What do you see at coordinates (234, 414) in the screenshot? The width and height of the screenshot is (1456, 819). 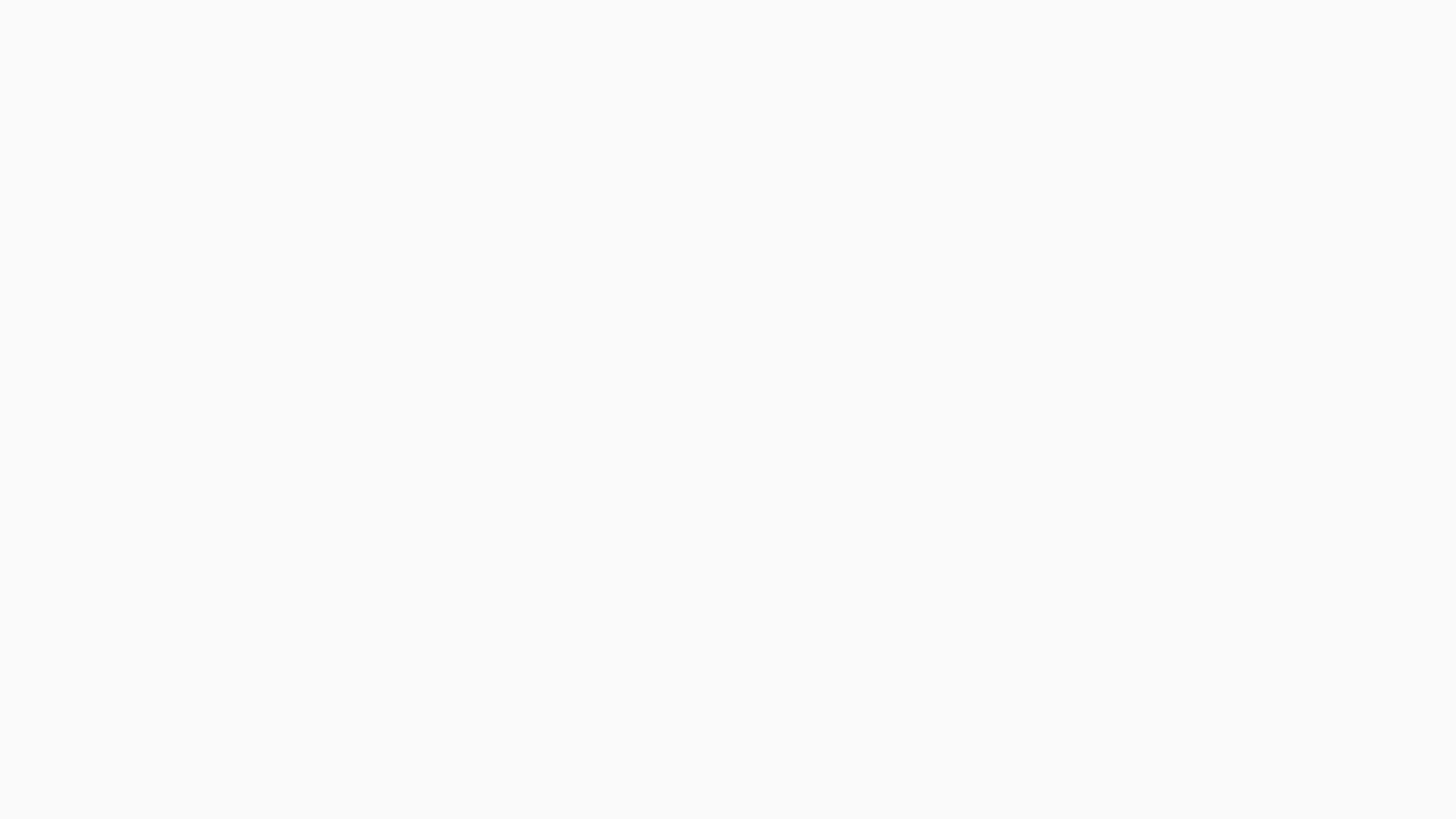 I see `Continue` at bounding box center [234, 414].